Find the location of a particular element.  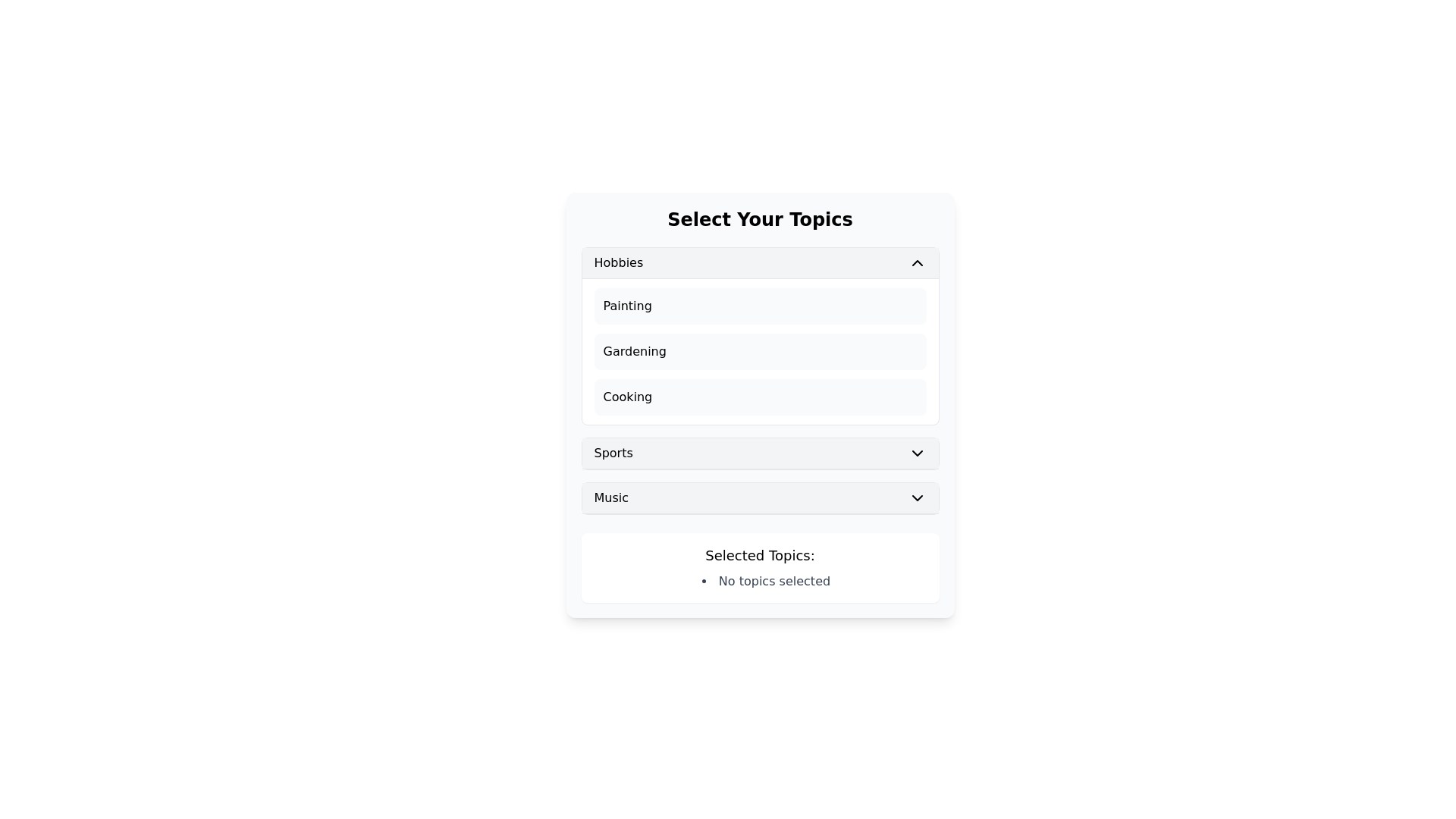

the downward-pointing chevron icon located at the rightmost end of the 'Music' section is located at coordinates (916, 497).